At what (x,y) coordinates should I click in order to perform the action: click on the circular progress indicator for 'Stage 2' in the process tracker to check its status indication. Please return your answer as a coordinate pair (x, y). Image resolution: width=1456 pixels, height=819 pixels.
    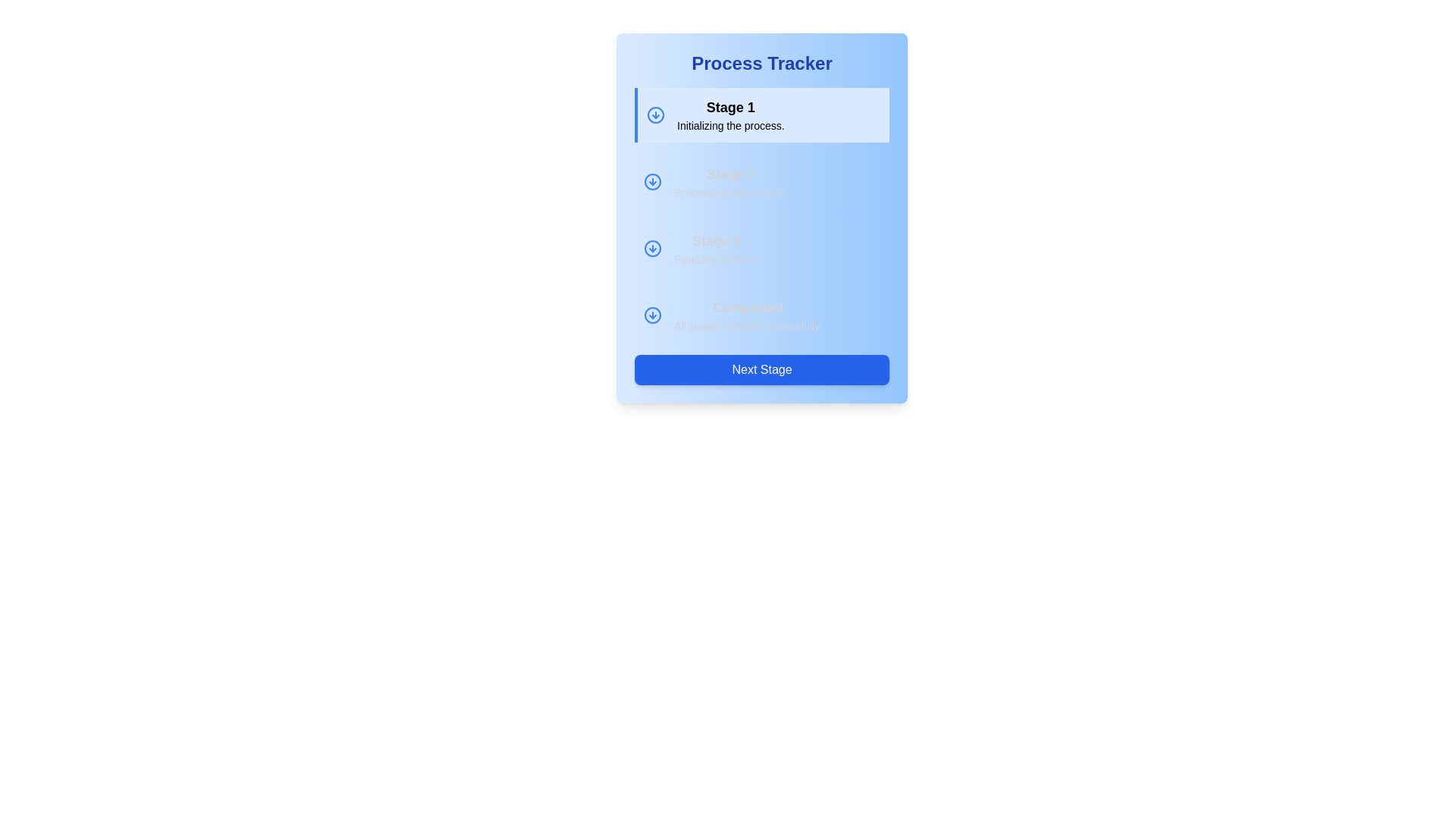
    Looking at the image, I should click on (652, 180).